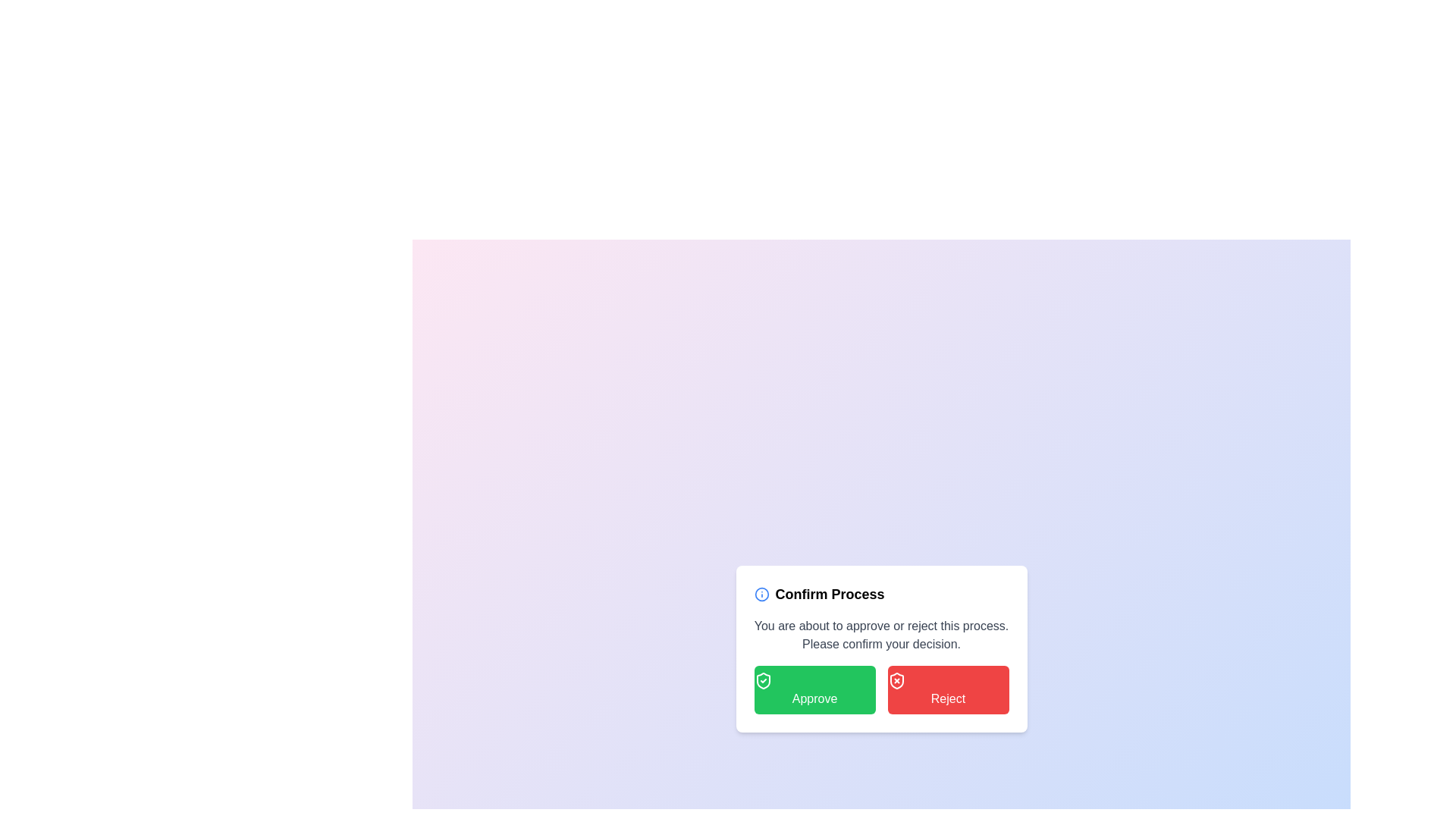  What do you see at coordinates (896, 680) in the screenshot?
I see `the shield icon with an 'X' in the center, which is located to the left of the 'Reject' button in the confirmation dialog box` at bounding box center [896, 680].